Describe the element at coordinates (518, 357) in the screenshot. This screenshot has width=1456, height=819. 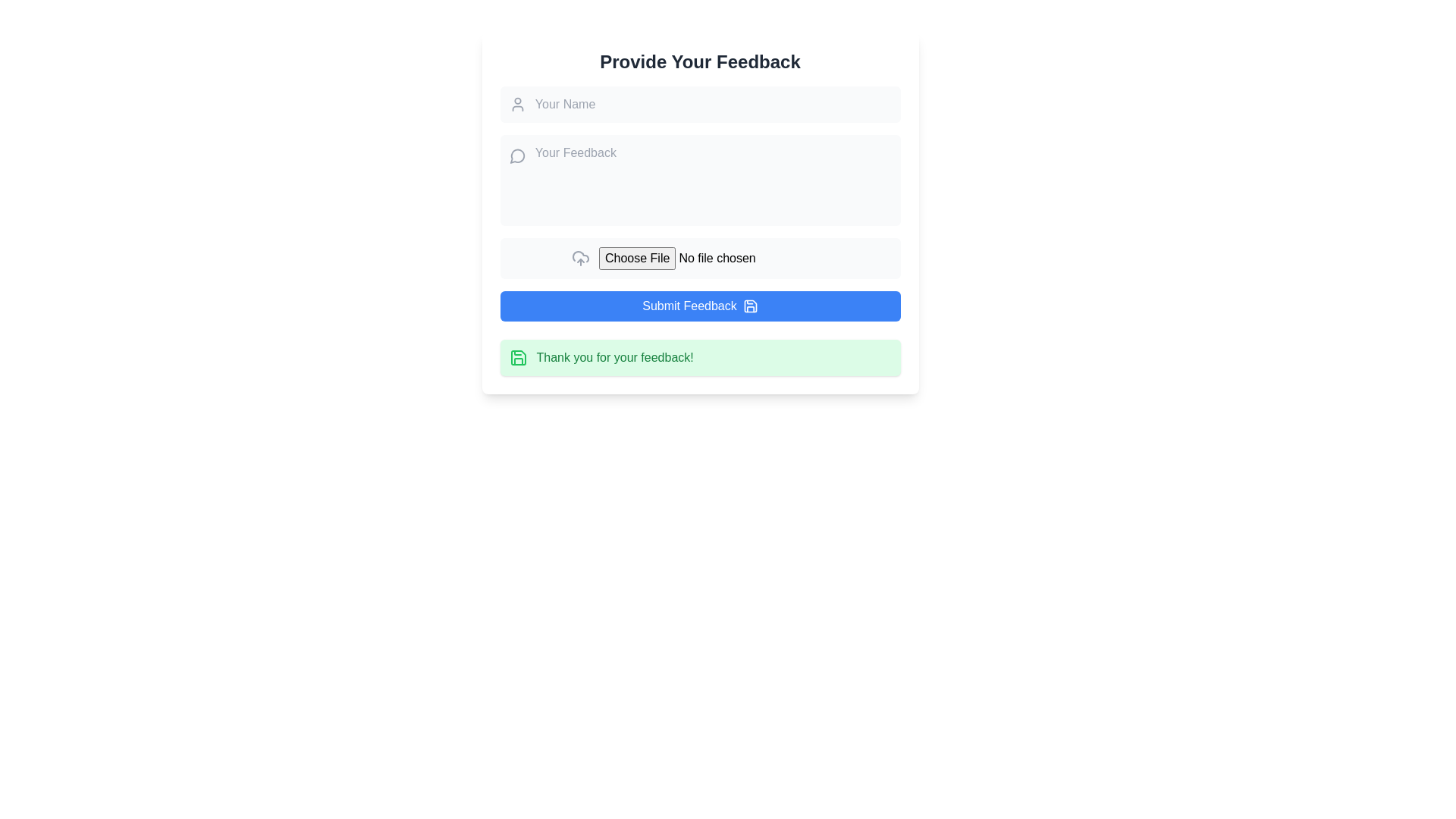
I see `the floppy disk icon, which represents the save action and is green in color, located below the input fields of the feedback form to the left of the text 'Thank you for your feedback!'` at that location.